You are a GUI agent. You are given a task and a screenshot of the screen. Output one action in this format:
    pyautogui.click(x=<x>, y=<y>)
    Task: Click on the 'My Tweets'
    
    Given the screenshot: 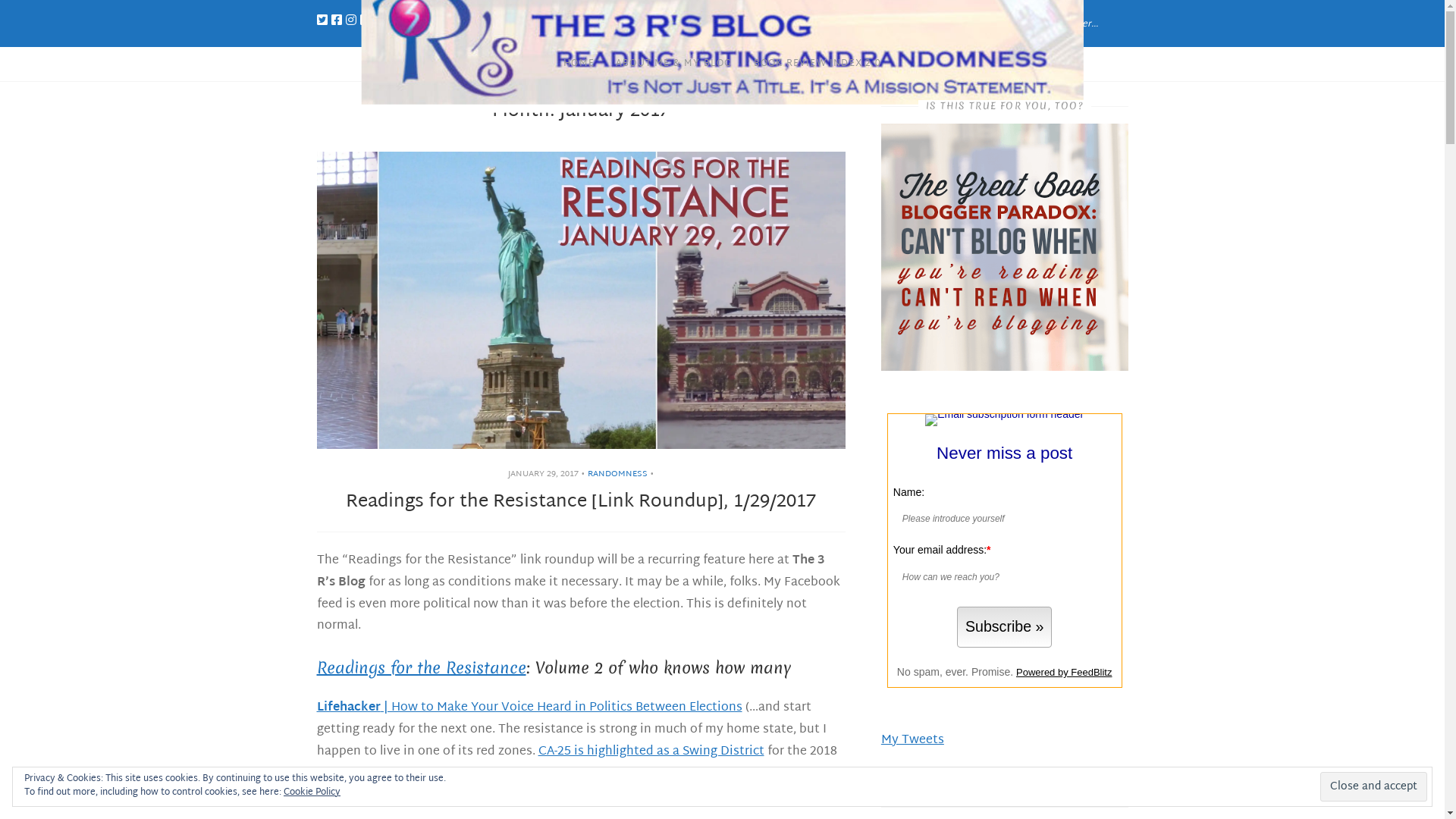 What is the action you would take?
    pyautogui.click(x=880, y=739)
    